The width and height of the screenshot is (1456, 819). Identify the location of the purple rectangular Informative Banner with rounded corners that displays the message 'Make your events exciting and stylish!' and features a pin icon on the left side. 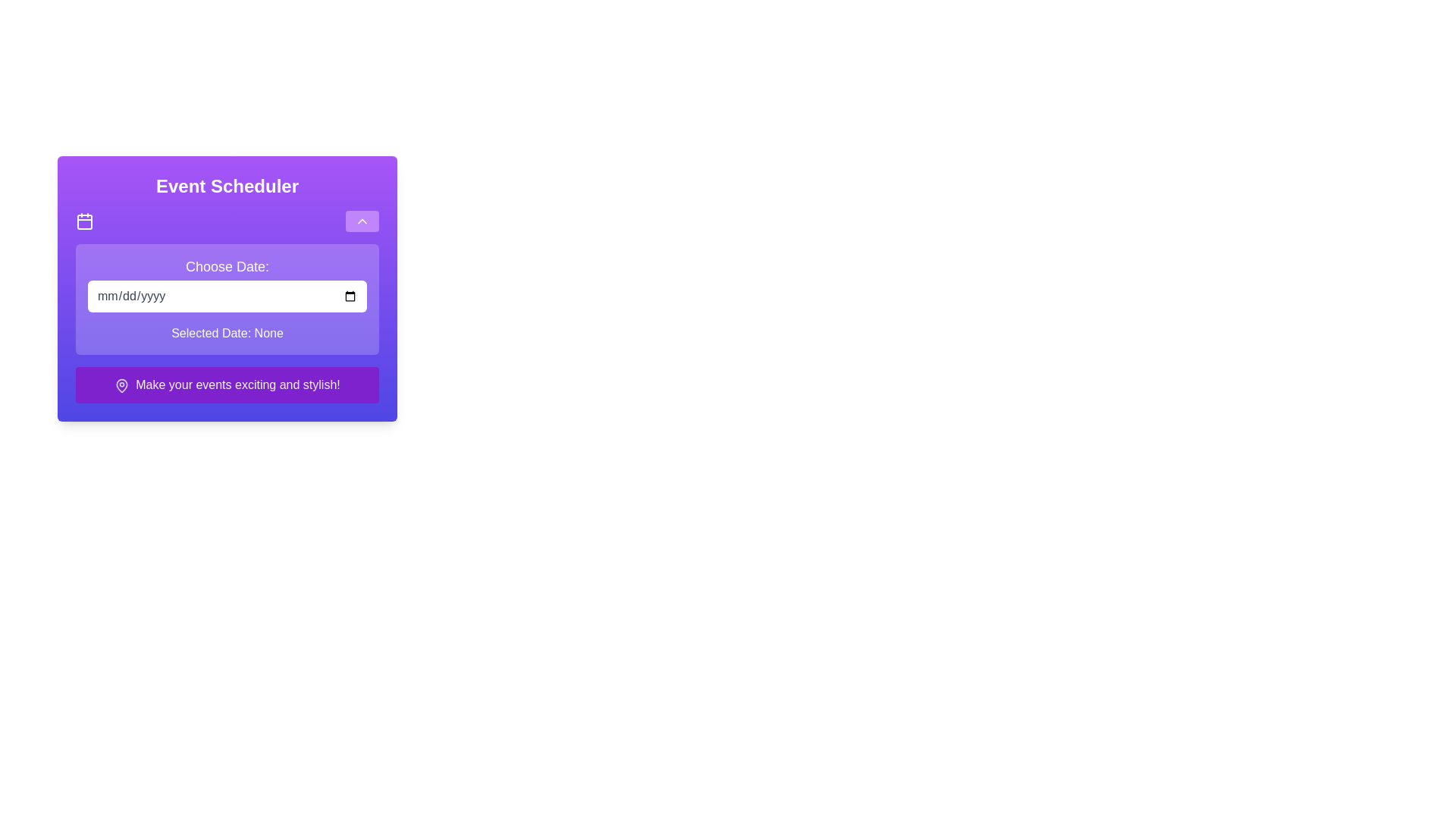
(226, 384).